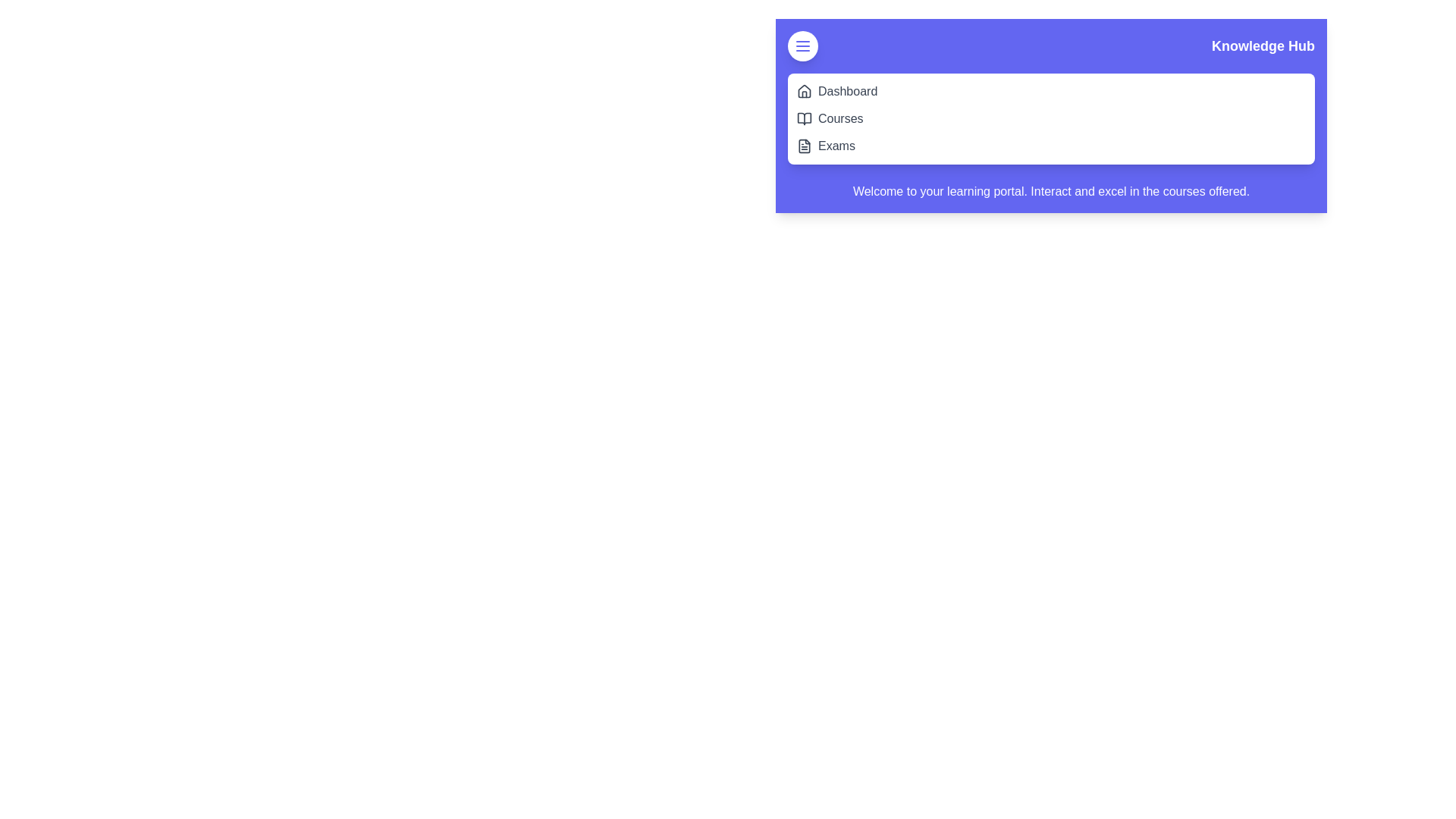 This screenshot has height=819, width=1456. What do you see at coordinates (847, 91) in the screenshot?
I see `the 'Dashboard' menu item` at bounding box center [847, 91].